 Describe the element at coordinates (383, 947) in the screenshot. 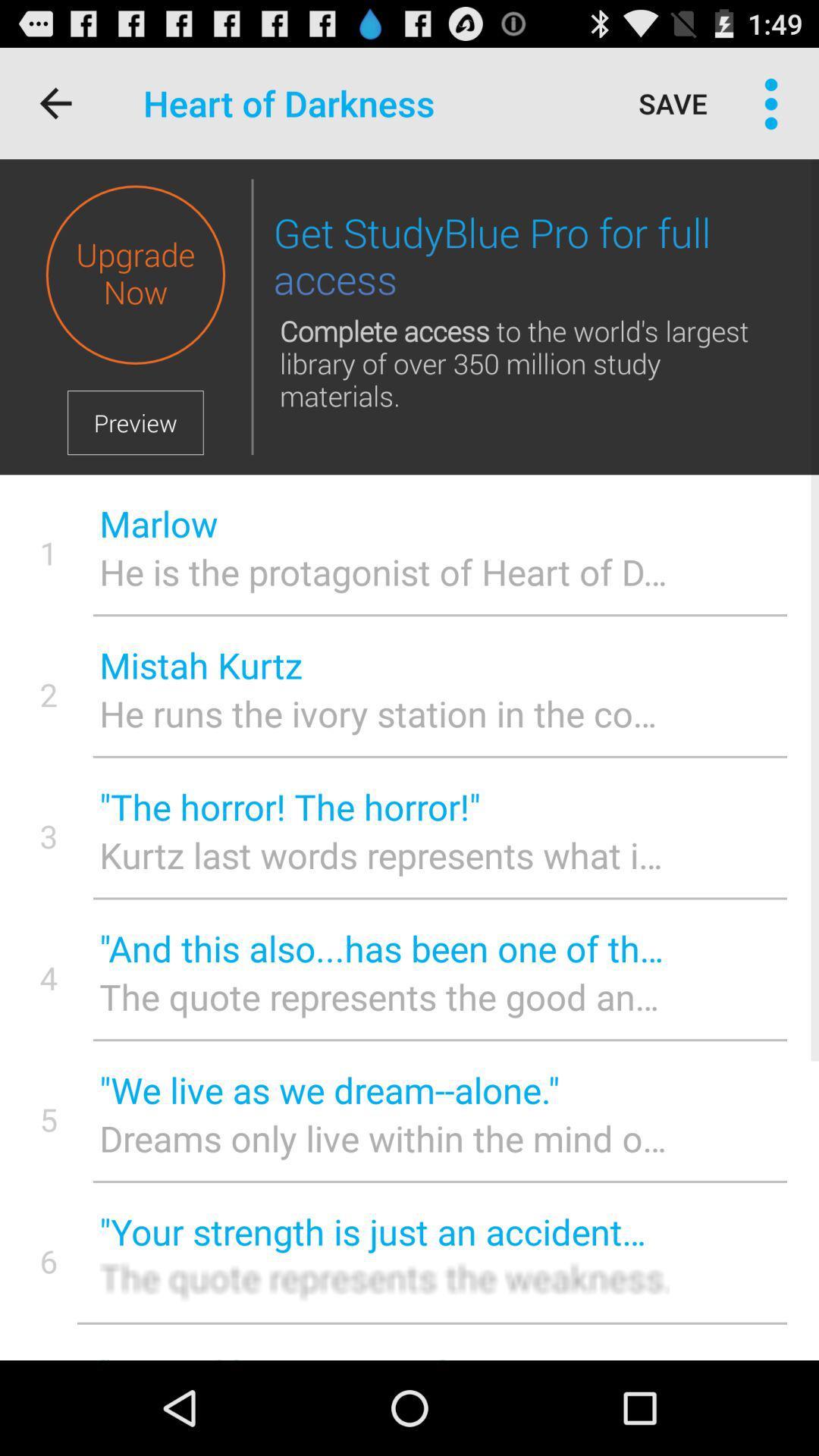

I see `icon above the quote represents` at that location.